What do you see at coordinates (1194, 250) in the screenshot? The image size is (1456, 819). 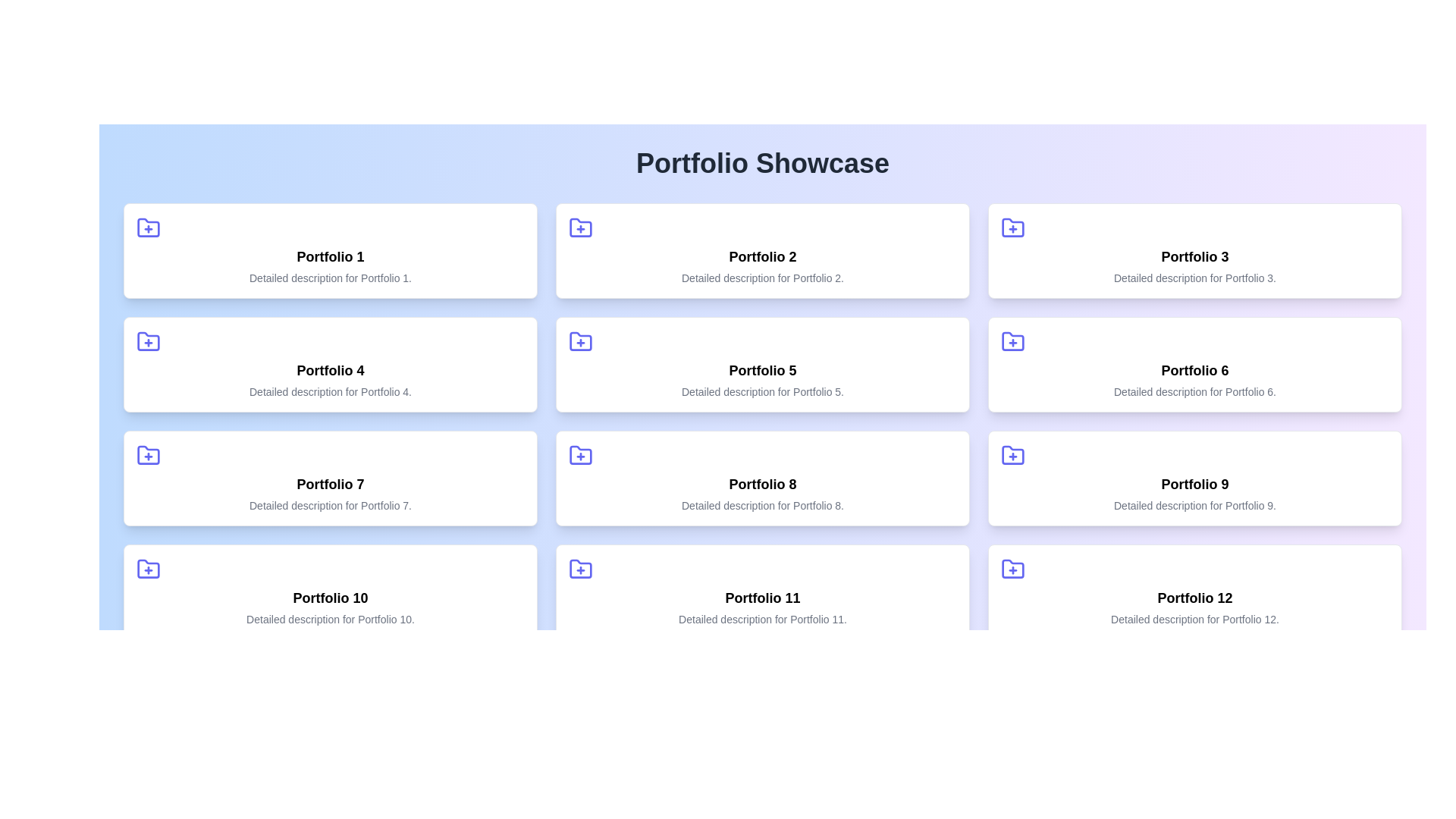 I see `the third portfolio card in the showcase` at bounding box center [1194, 250].